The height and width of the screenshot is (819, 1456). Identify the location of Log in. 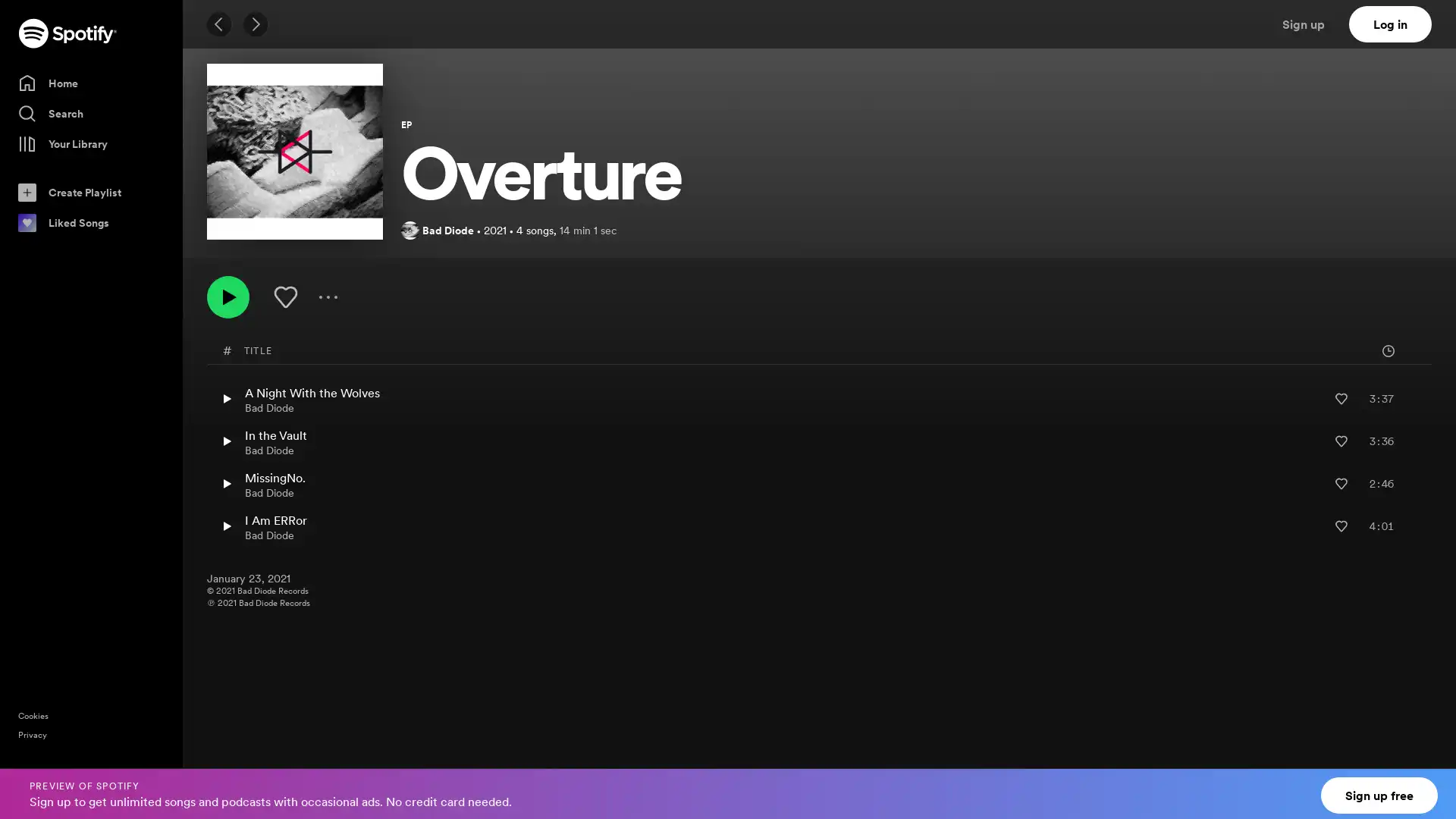
(1390, 24).